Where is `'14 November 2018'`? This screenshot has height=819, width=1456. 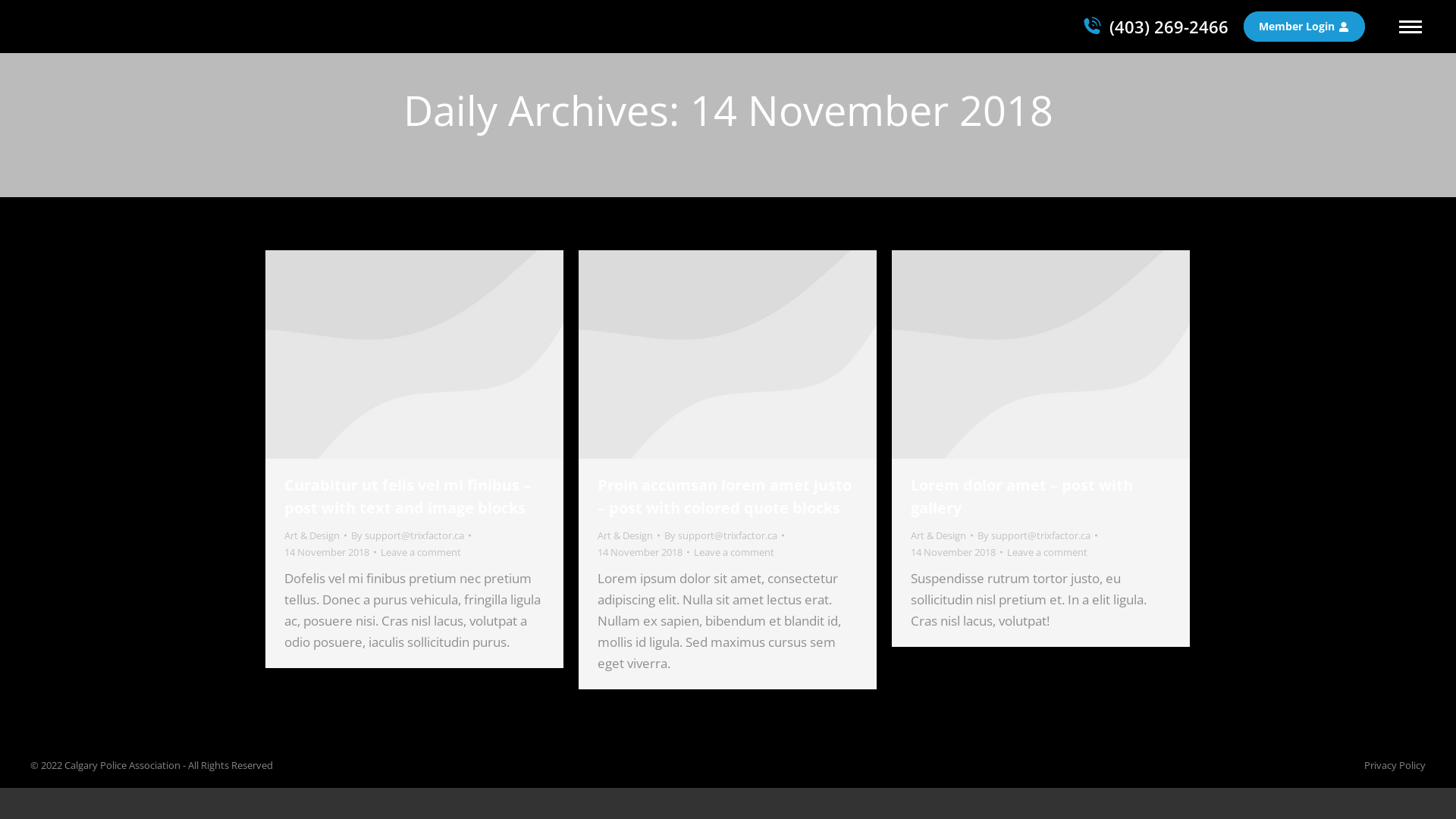
'14 November 2018' is located at coordinates (955, 552).